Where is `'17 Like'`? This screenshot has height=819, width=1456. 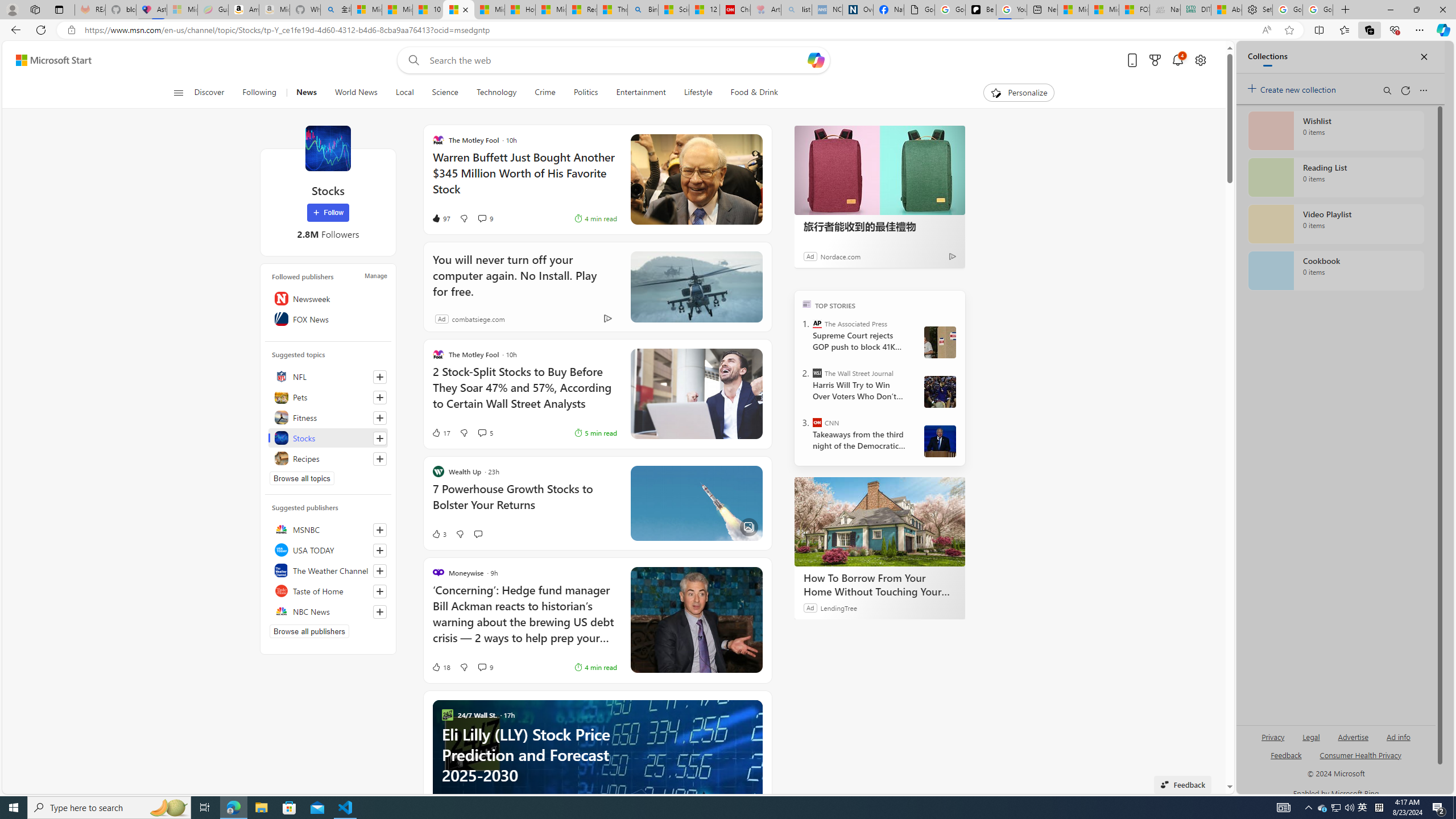
'17 Like' is located at coordinates (440, 433).